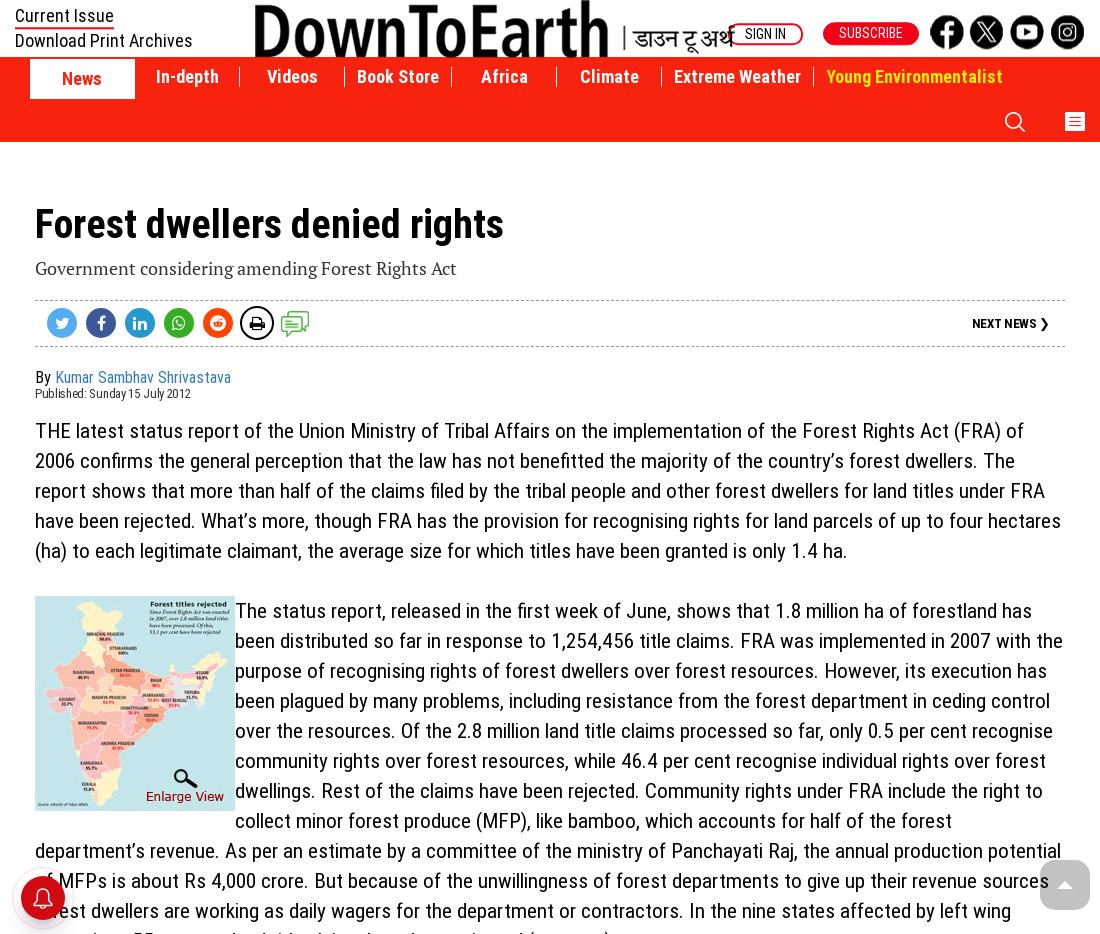  Describe the element at coordinates (245, 267) in the screenshot. I see `'Government considering amending Forest Rights Act'` at that location.